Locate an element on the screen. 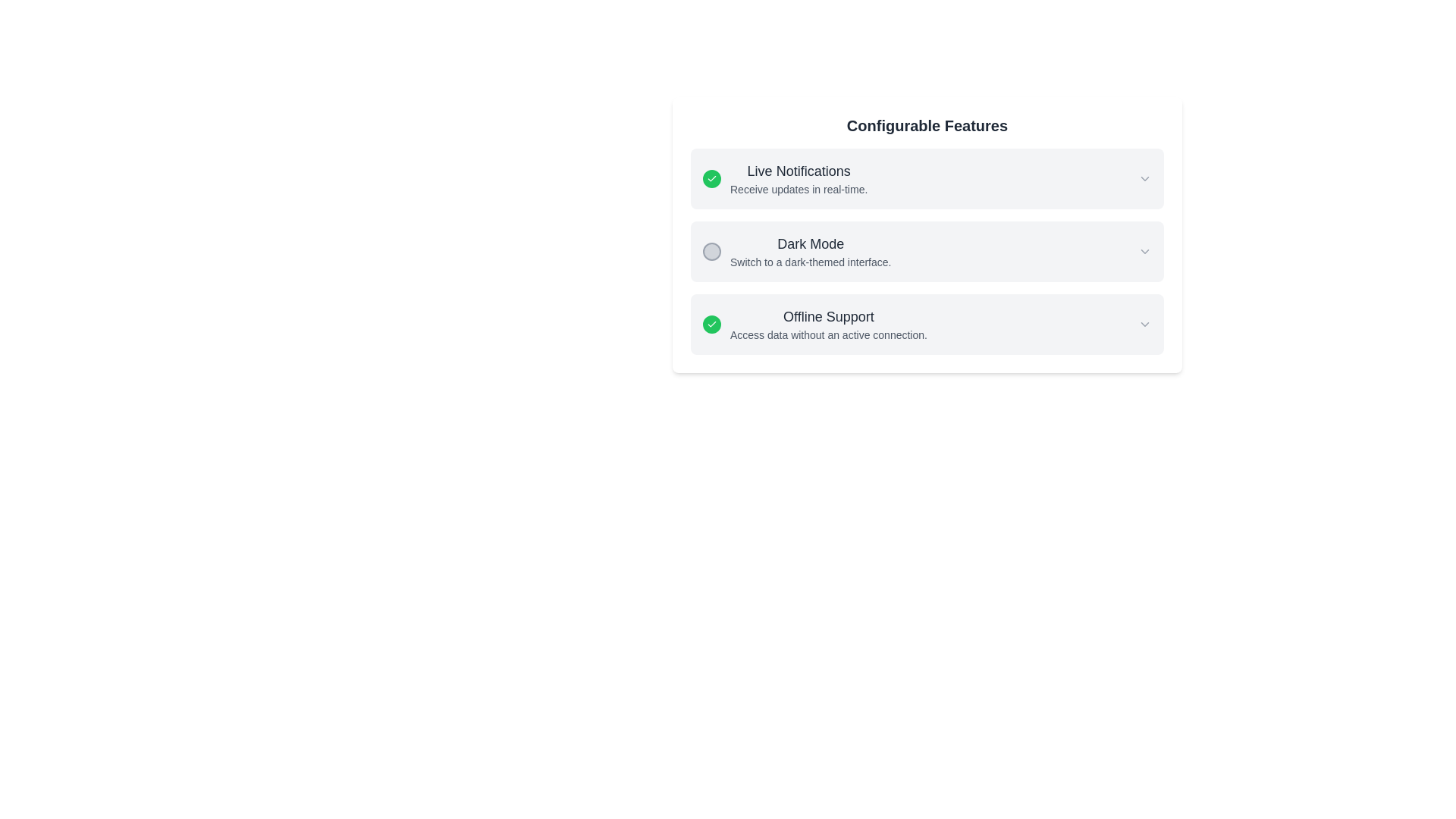 The image size is (1456, 819). the text label displaying 'Switch to a dark-themed interface.' located beneath the 'Dark Mode' title is located at coordinates (810, 262).